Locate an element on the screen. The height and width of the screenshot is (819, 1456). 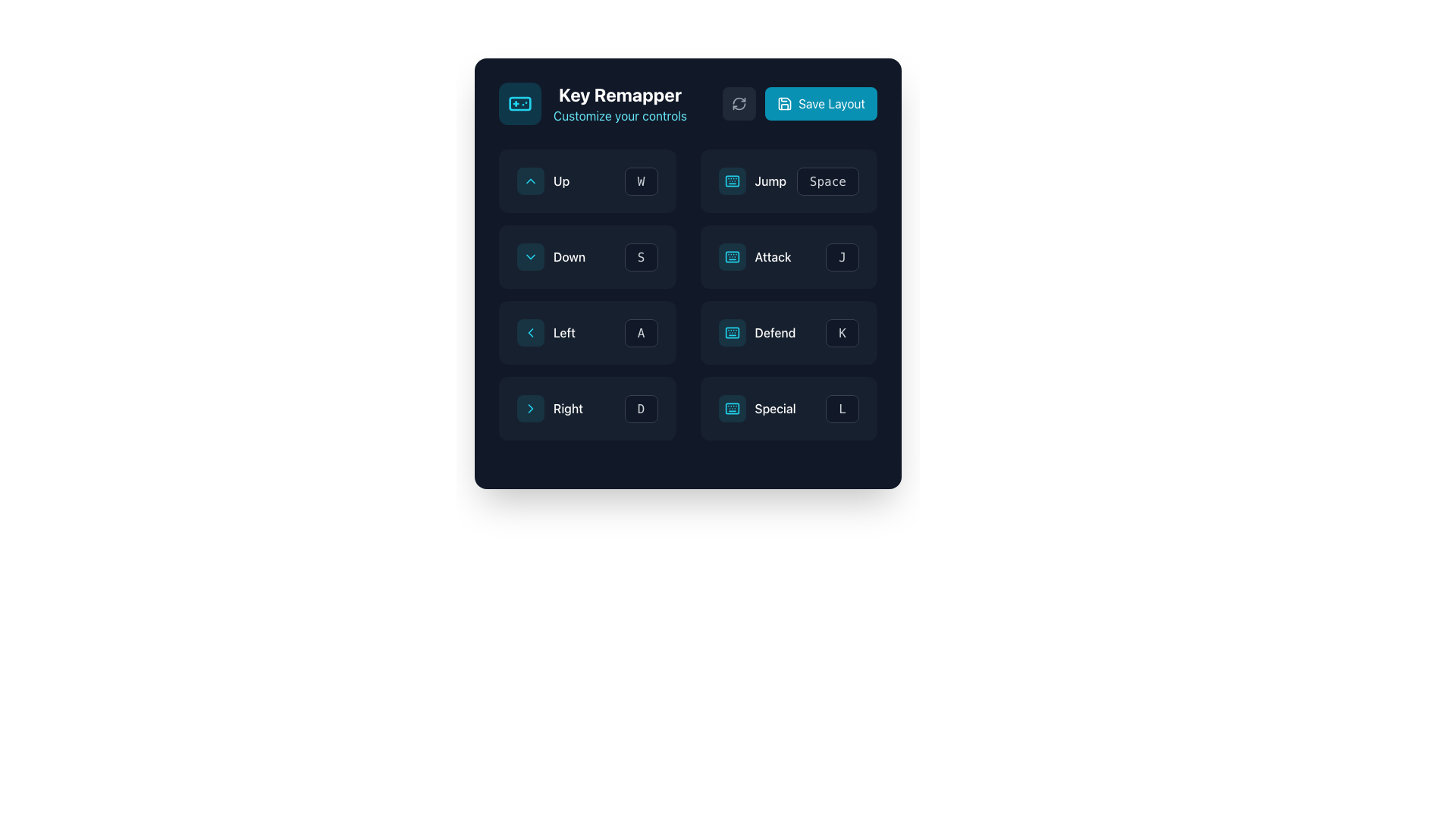
the 'Space' button, which is the second interactive button in the third row of the key mappings grid, adjacent to the 'Jump' label is located at coordinates (827, 180).